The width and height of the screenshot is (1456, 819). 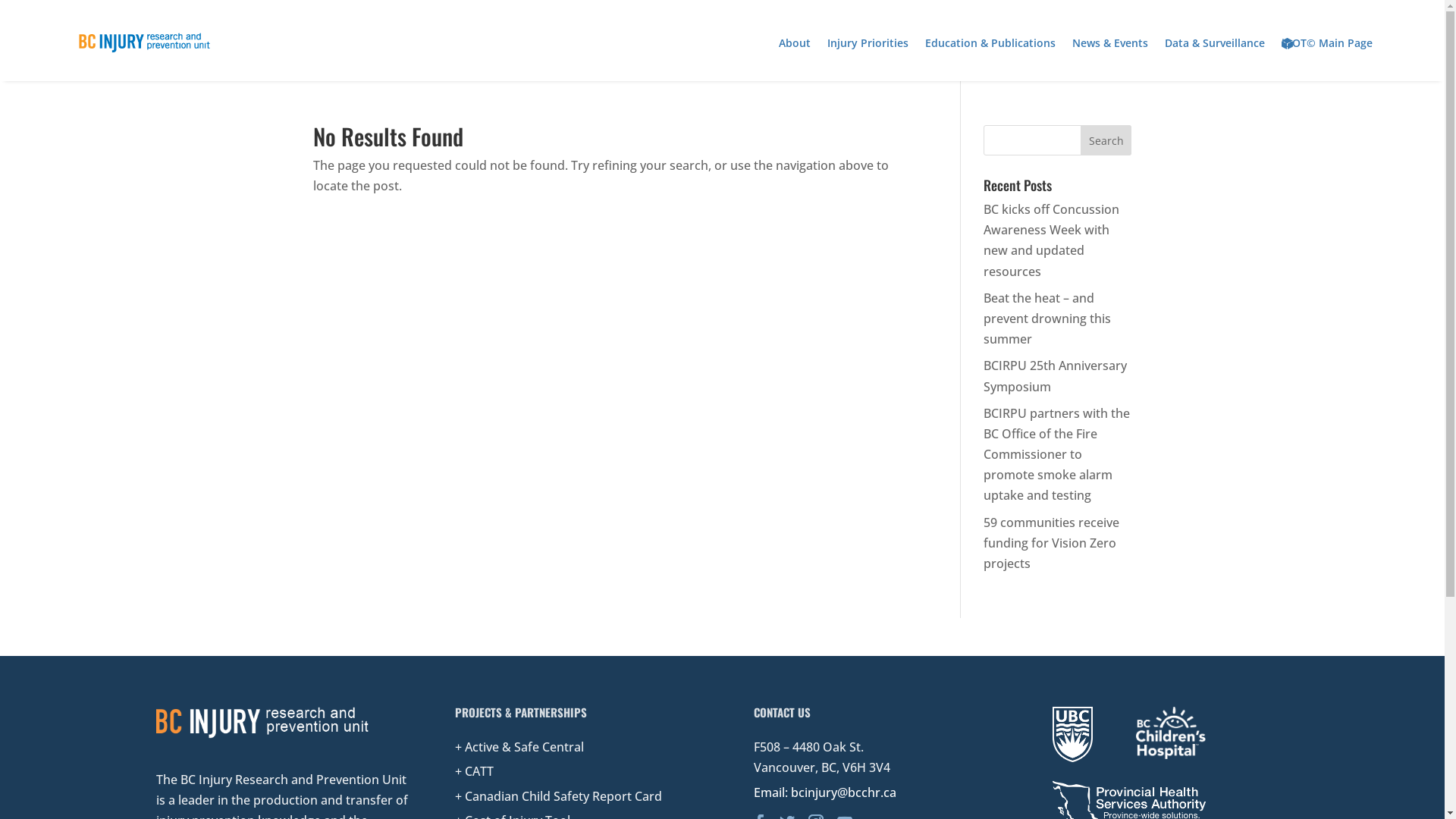 What do you see at coordinates (779, 42) in the screenshot?
I see `'About'` at bounding box center [779, 42].